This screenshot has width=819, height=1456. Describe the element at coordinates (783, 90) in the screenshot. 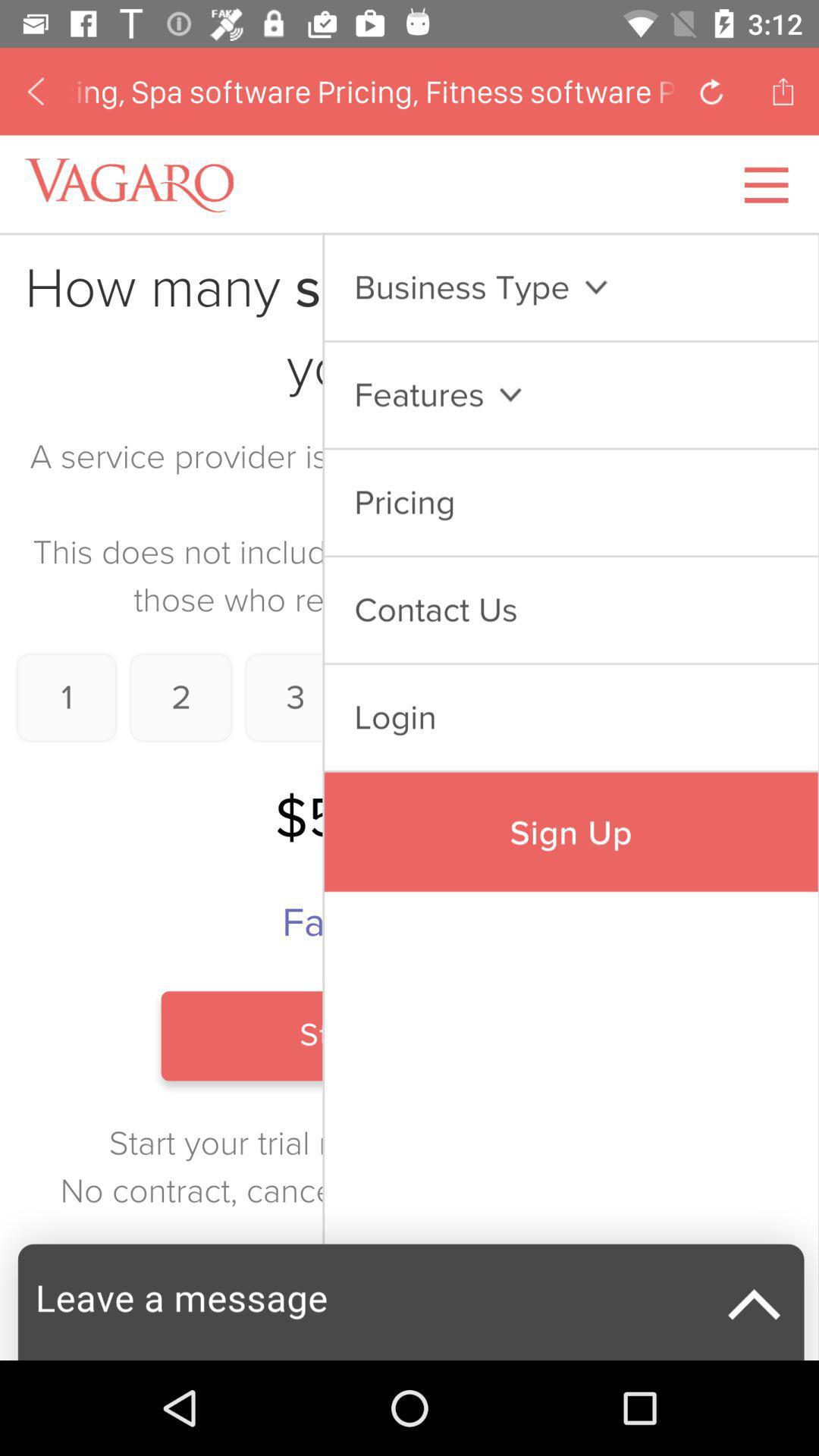

I see `share page` at that location.